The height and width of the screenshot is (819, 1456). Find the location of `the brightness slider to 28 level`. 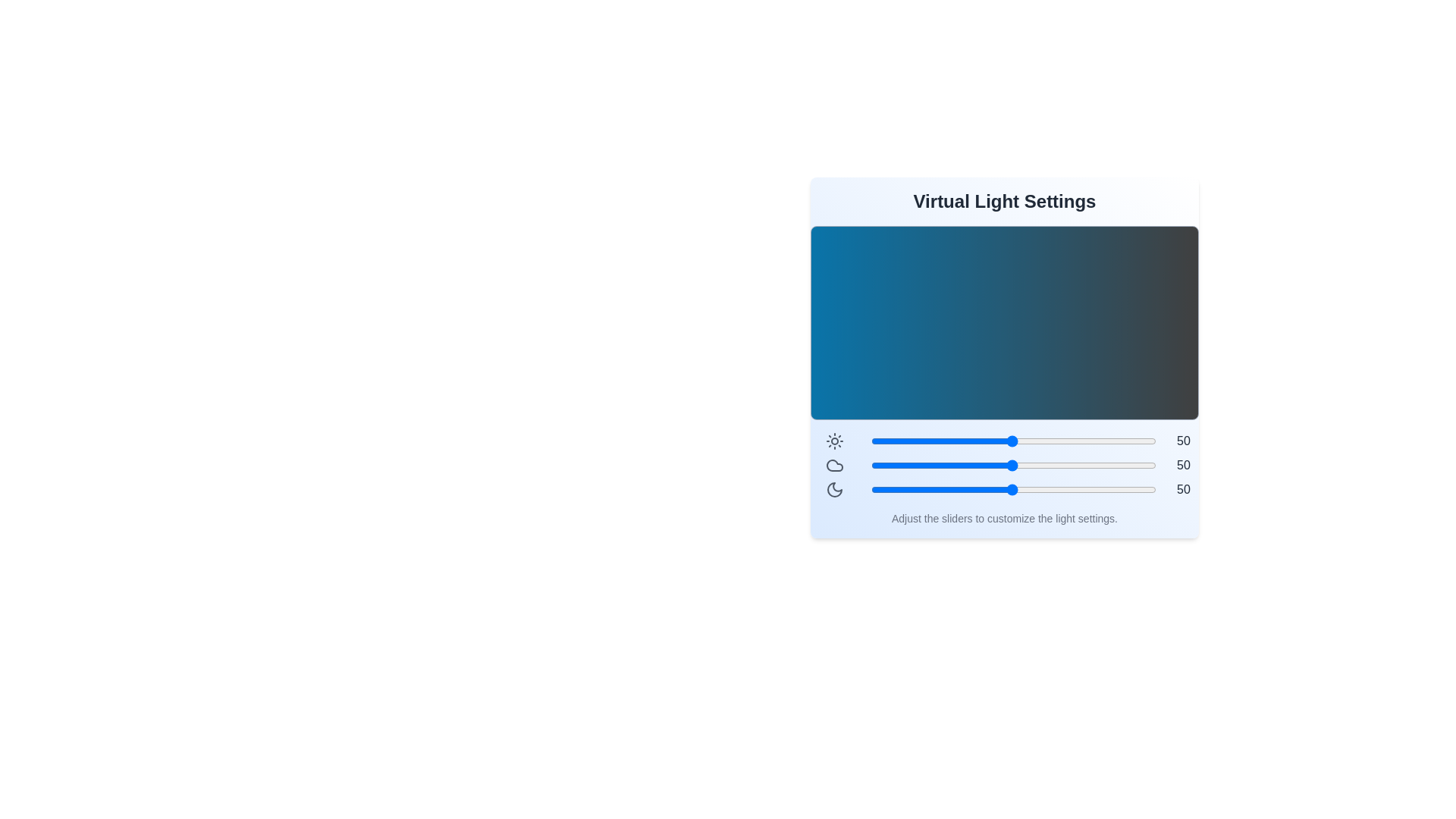

the brightness slider to 28 level is located at coordinates (948, 441).